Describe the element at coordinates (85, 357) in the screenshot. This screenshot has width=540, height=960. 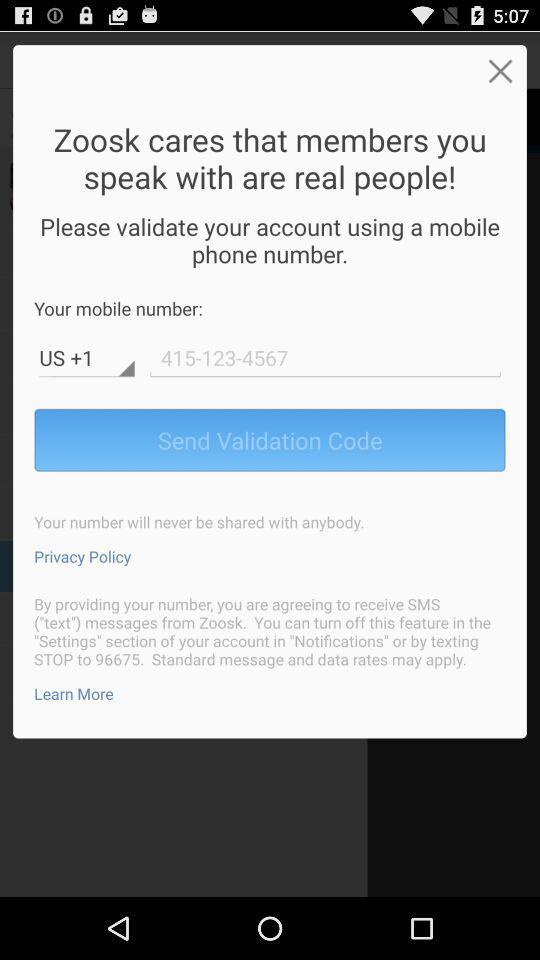
I see `the country code text field below your mobile number` at that location.